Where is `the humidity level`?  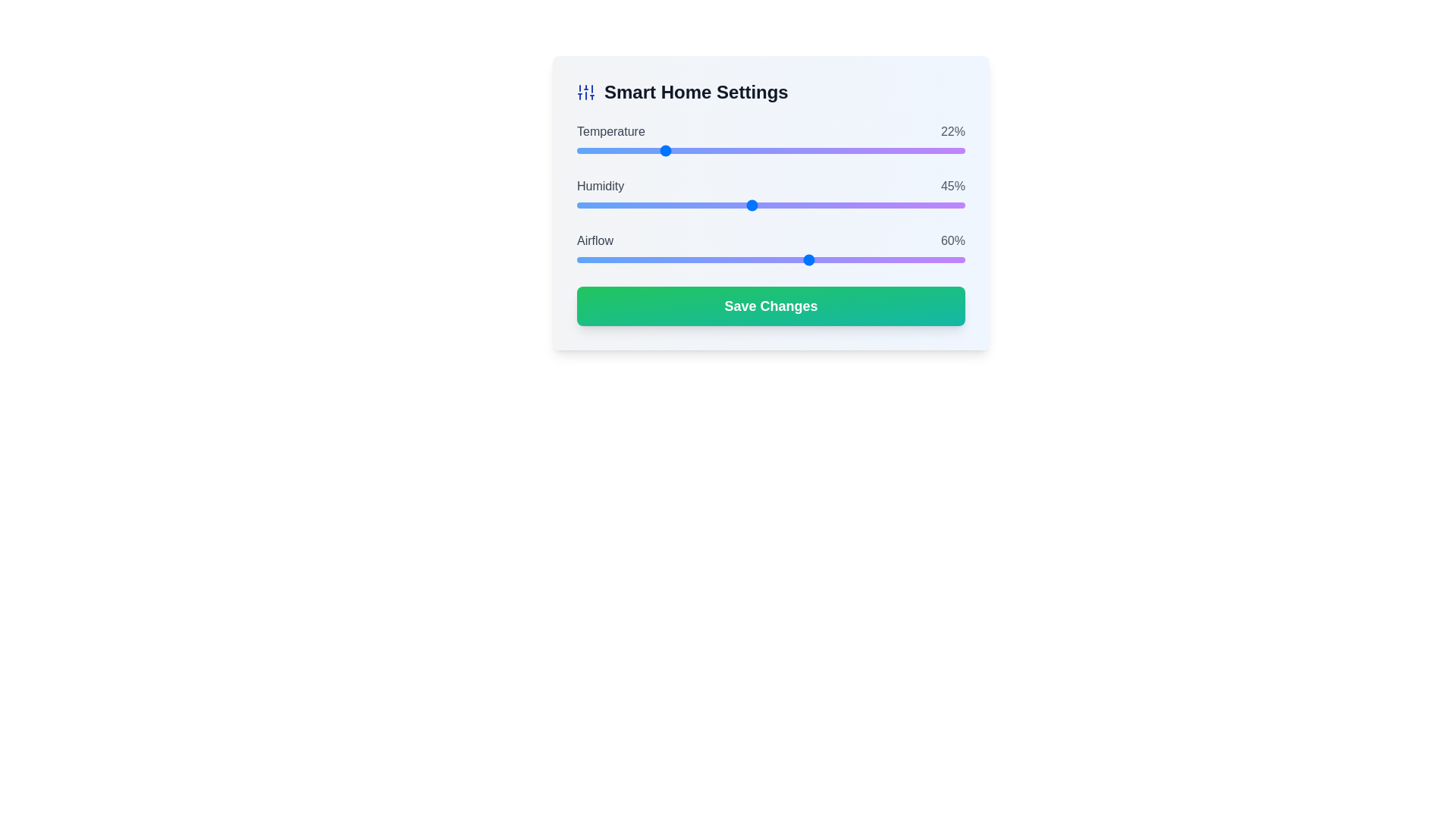
the humidity level is located at coordinates (779, 205).